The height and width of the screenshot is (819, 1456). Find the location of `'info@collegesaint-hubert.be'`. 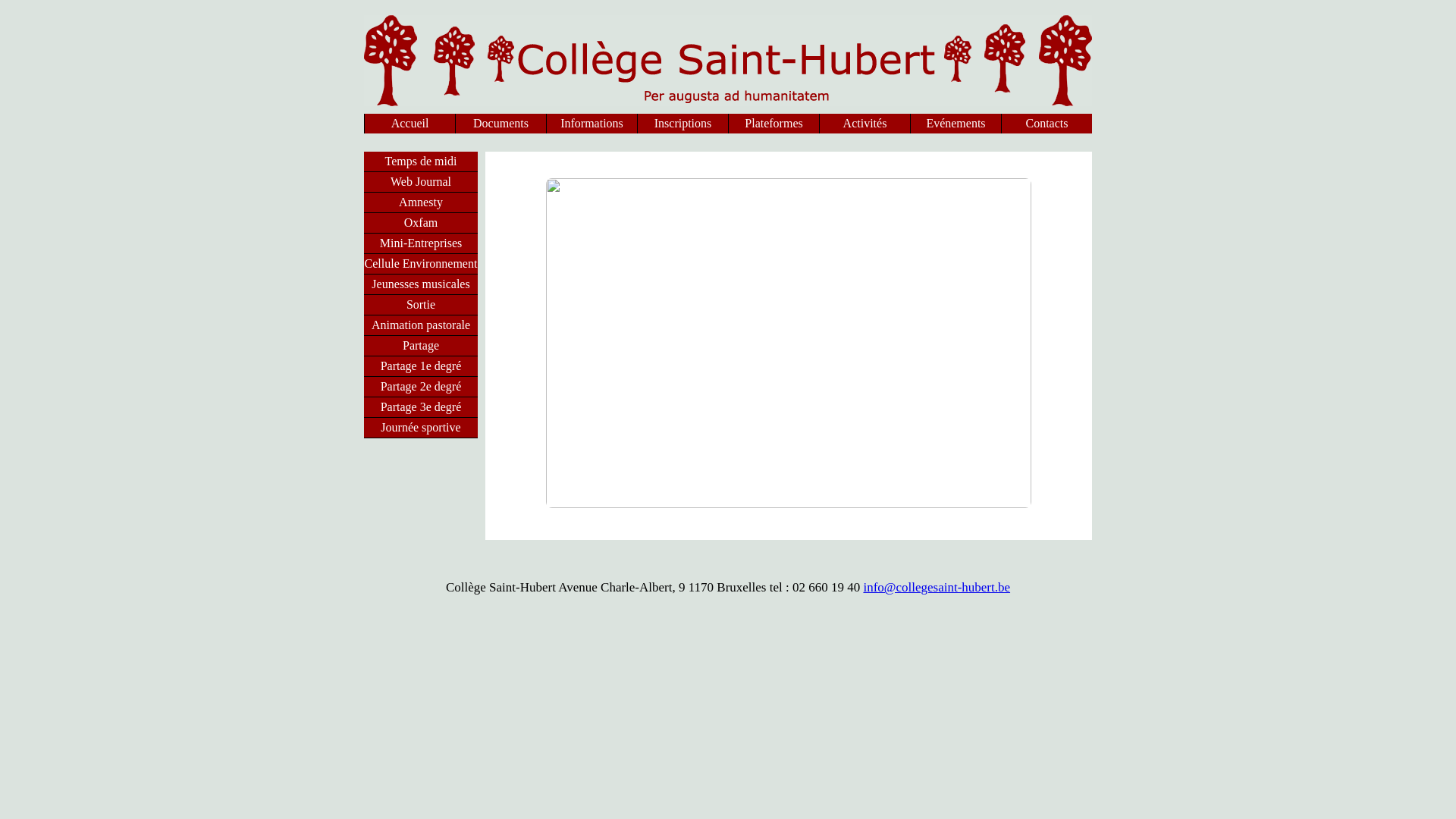

'info@collegesaint-hubert.be' is located at coordinates (862, 586).